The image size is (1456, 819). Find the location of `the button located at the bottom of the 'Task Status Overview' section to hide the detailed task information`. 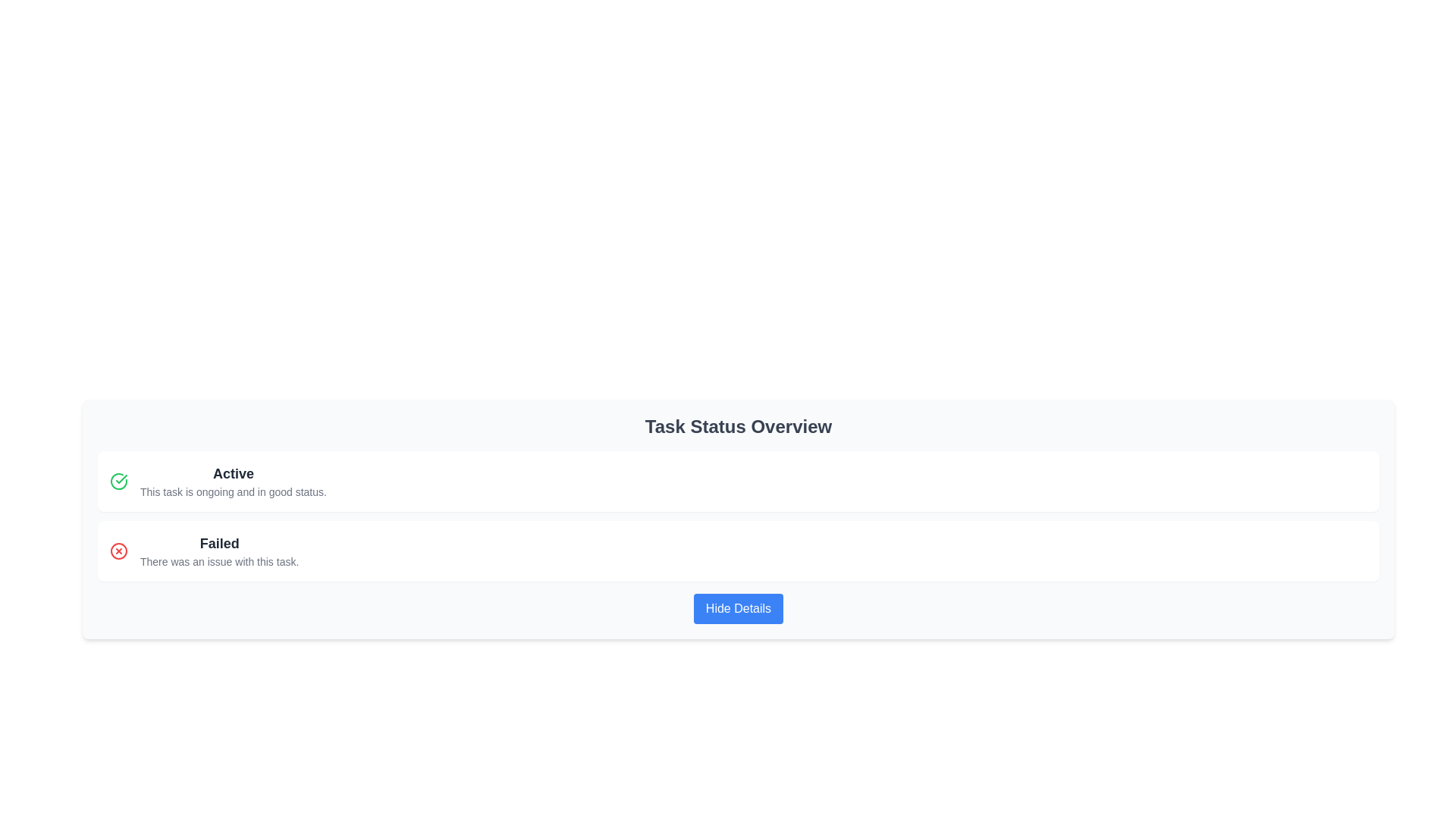

the button located at the bottom of the 'Task Status Overview' section to hide the detailed task information is located at coordinates (739, 607).